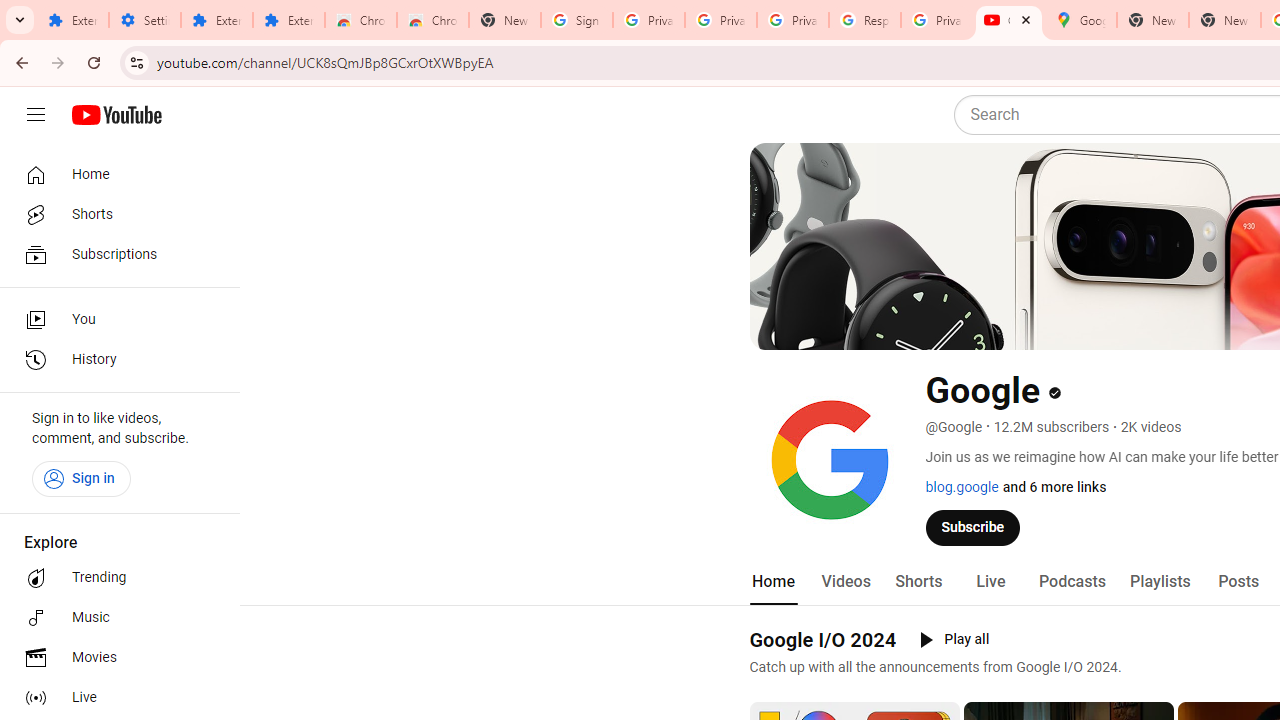 The image size is (1280, 720). I want to click on 'Movies', so click(112, 658).